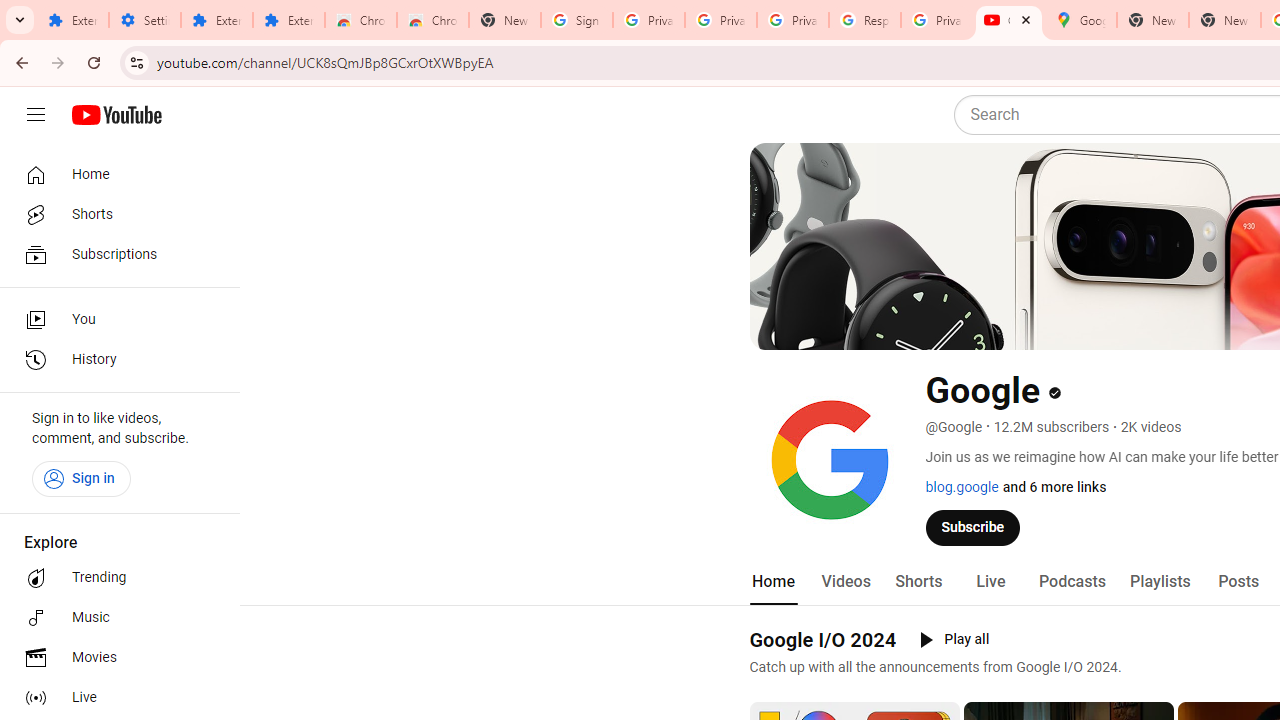 The image size is (1280, 720). I want to click on 'Movies', so click(112, 658).